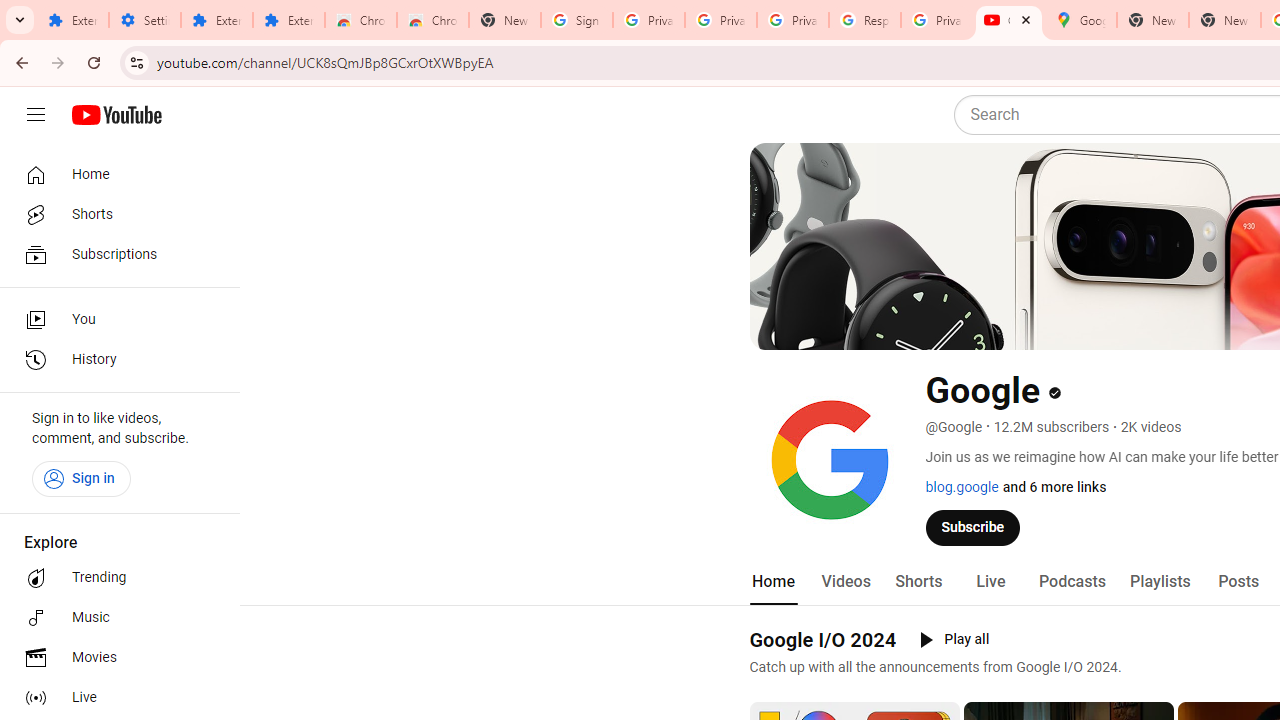 The image size is (1280, 720). I want to click on 'Movies', so click(112, 658).